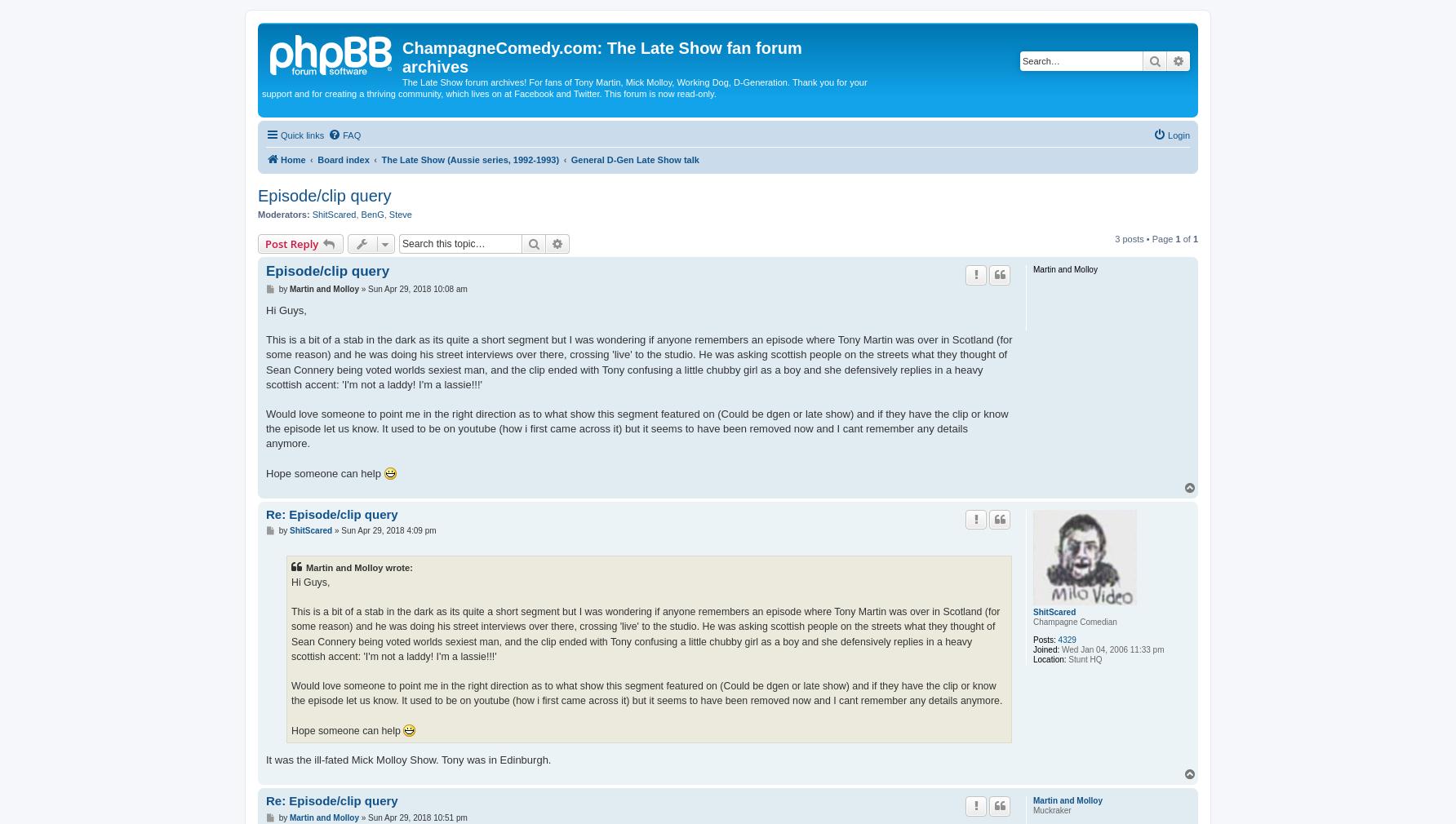  What do you see at coordinates (400, 215) in the screenshot?
I see `'Steve'` at bounding box center [400, 215].